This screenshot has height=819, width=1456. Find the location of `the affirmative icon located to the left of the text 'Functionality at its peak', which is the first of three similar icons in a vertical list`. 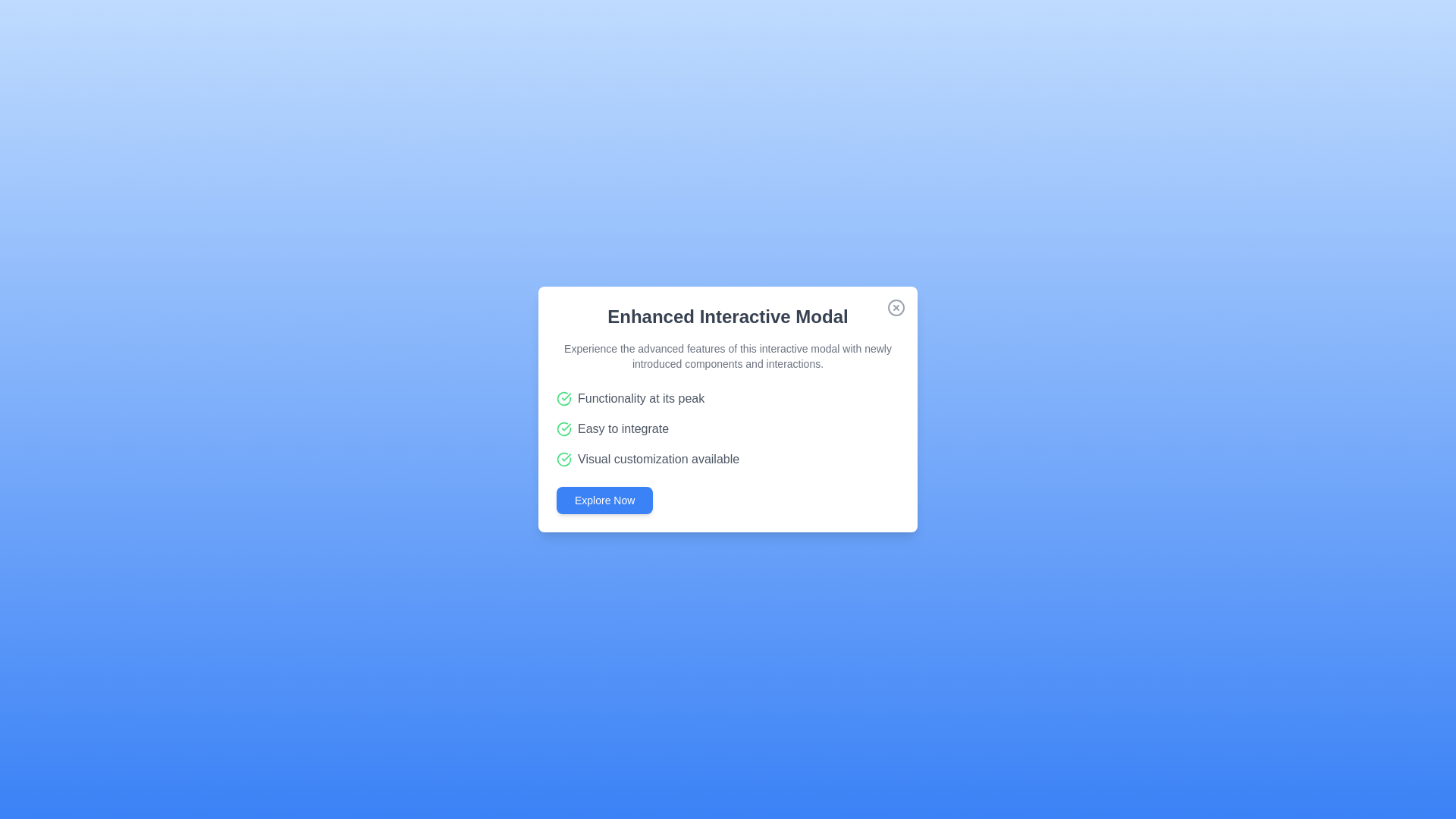

the affirmative icon located to the left of the text 'Functionality at its peak', which is the first of three similar icons in a vertical list is located at coordinates (563, 397).